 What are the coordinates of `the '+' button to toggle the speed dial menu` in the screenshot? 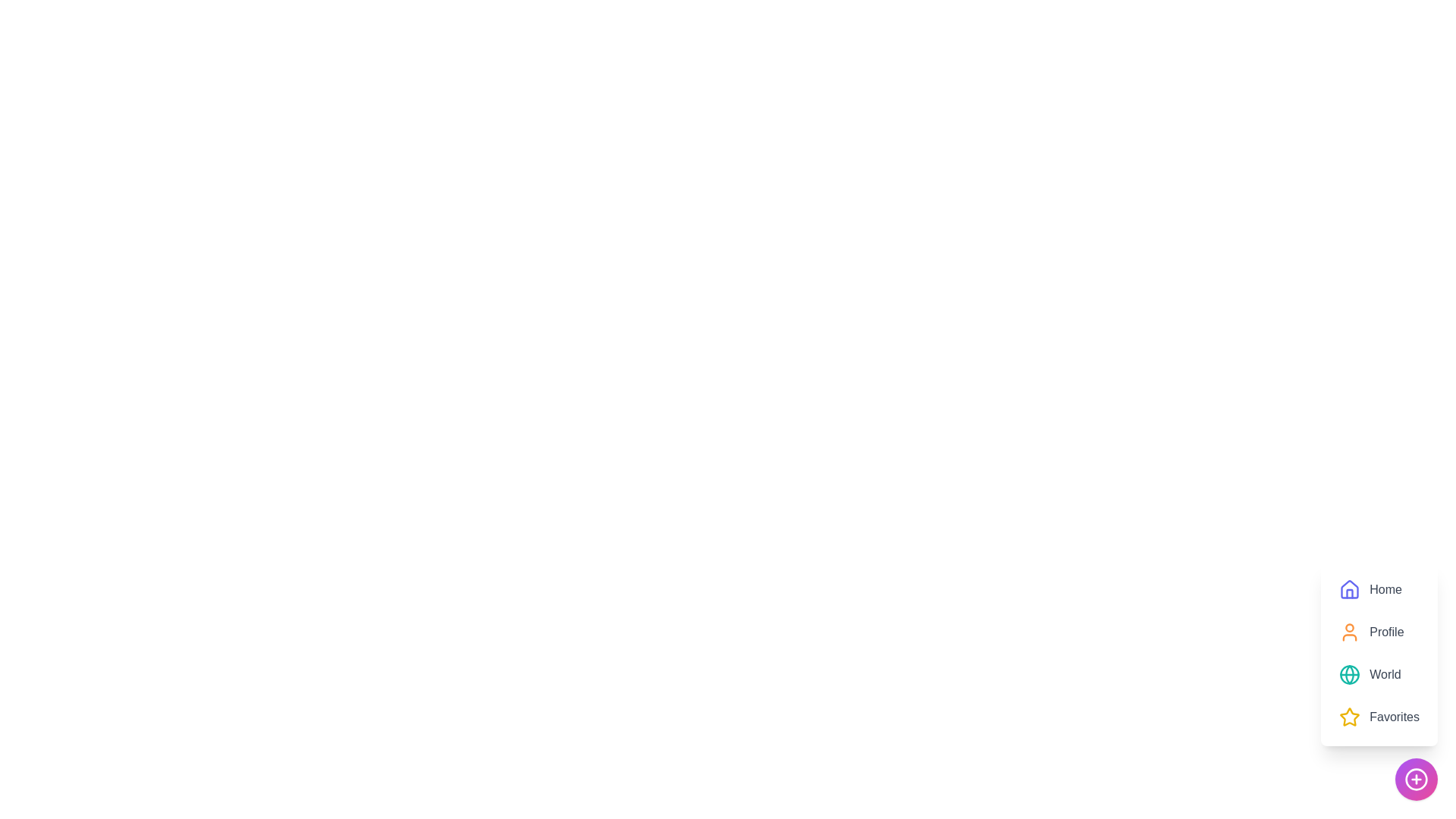 It's located at (1415, 780).